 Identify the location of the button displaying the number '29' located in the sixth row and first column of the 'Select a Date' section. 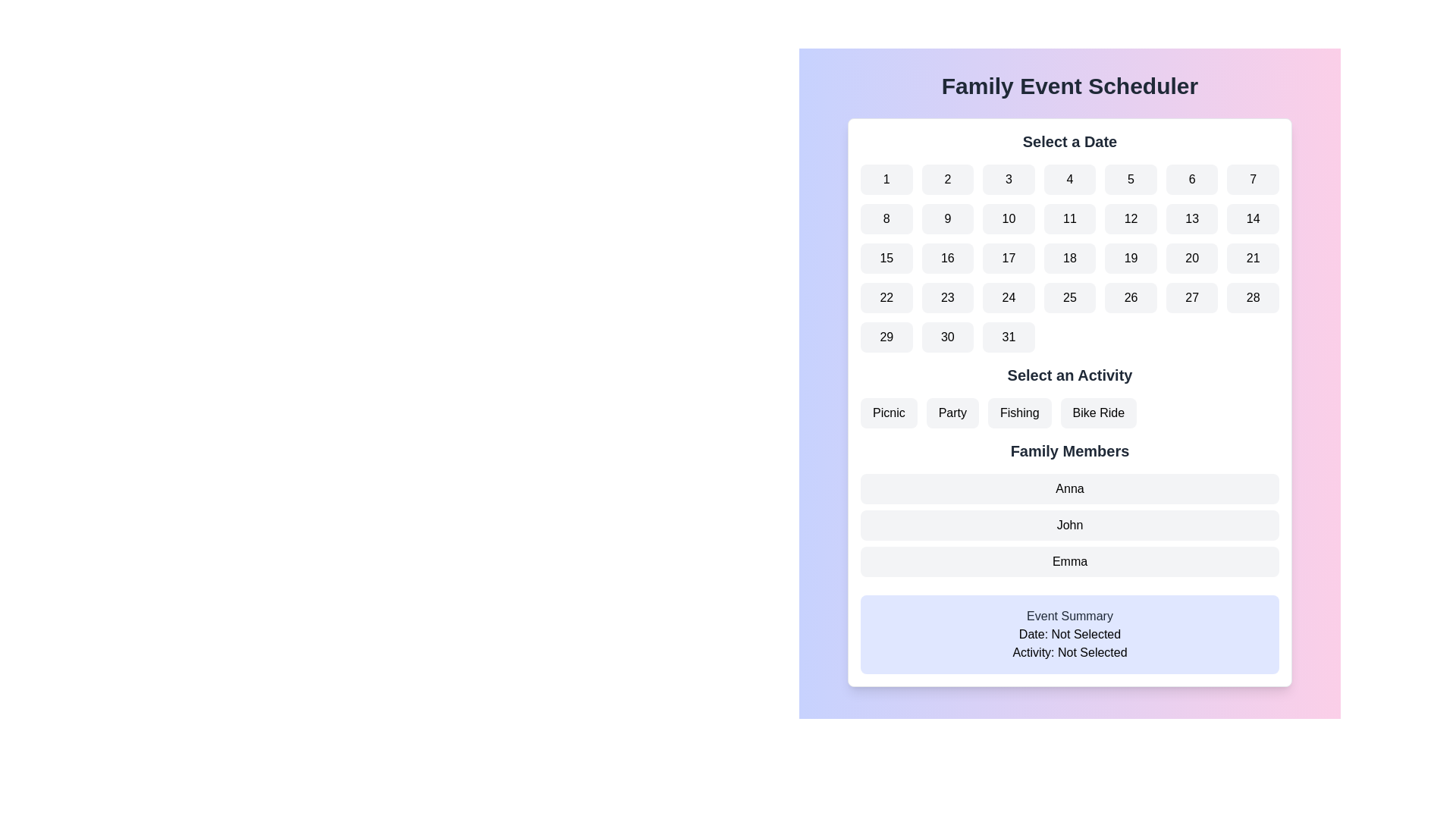
(886, 336).